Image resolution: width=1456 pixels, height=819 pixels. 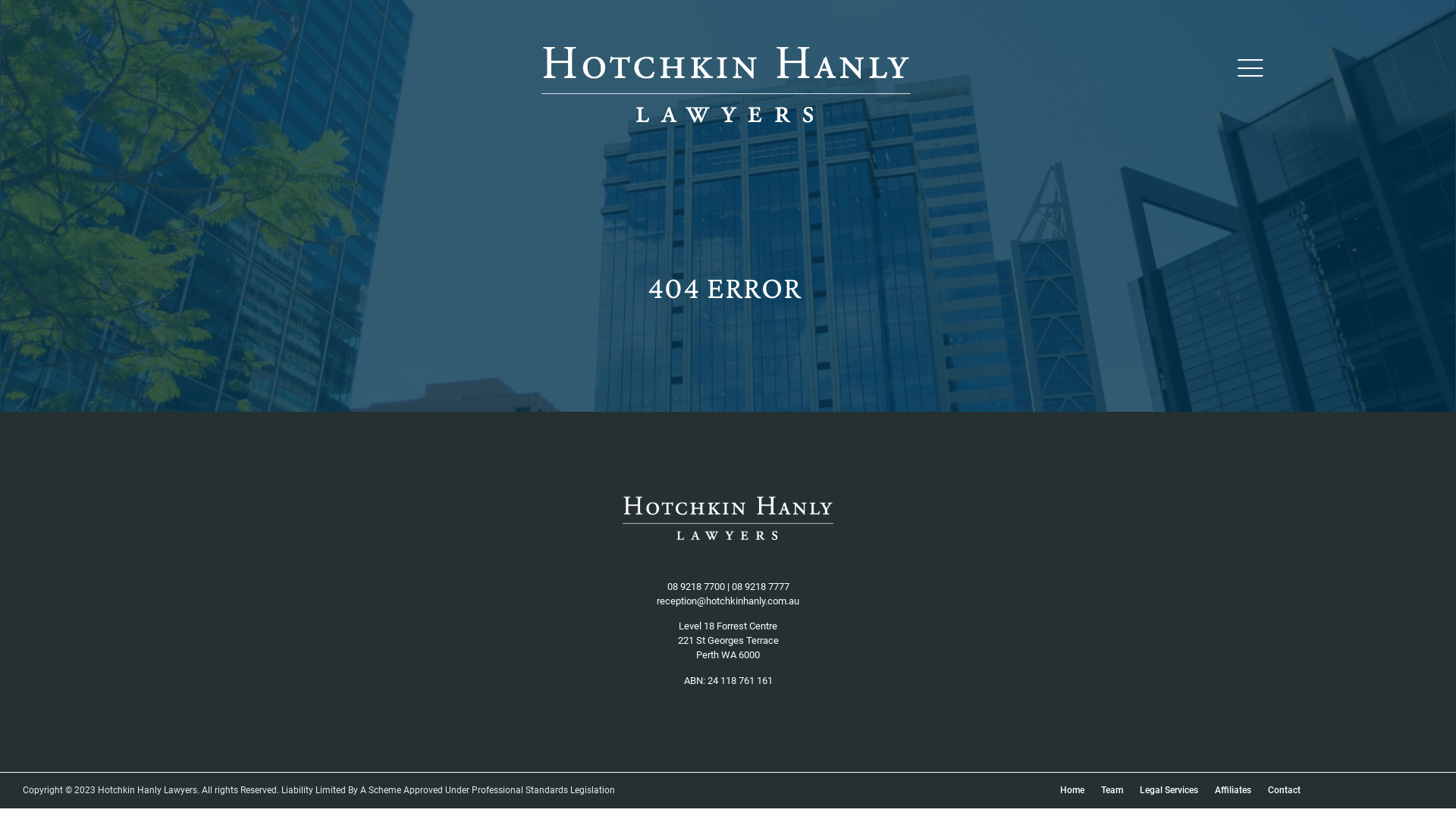 I want to click on 'Contact', so click(x=1283, y=789).